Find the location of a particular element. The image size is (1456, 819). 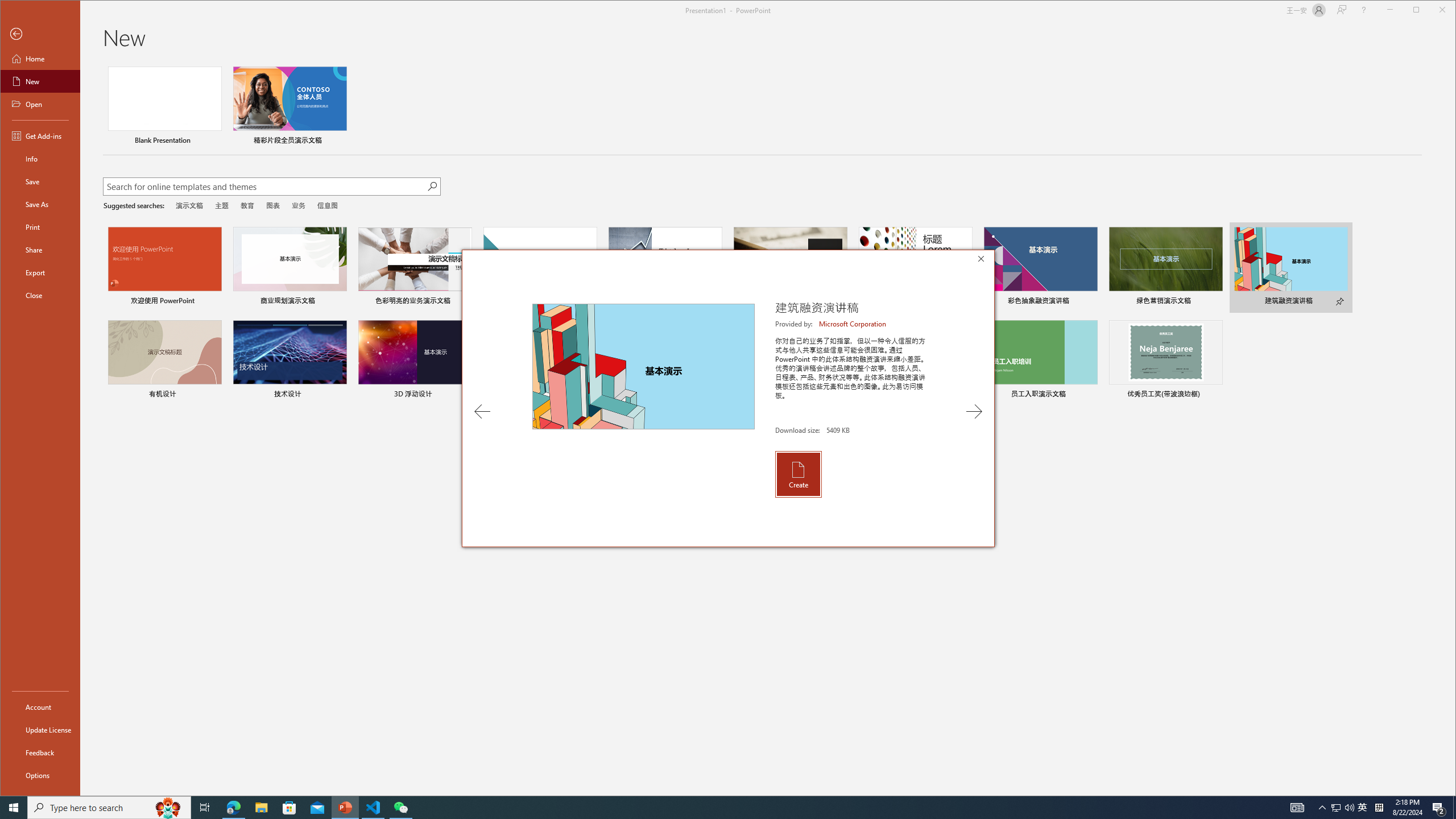

'Next Template' is located at coordinates (974, 411).